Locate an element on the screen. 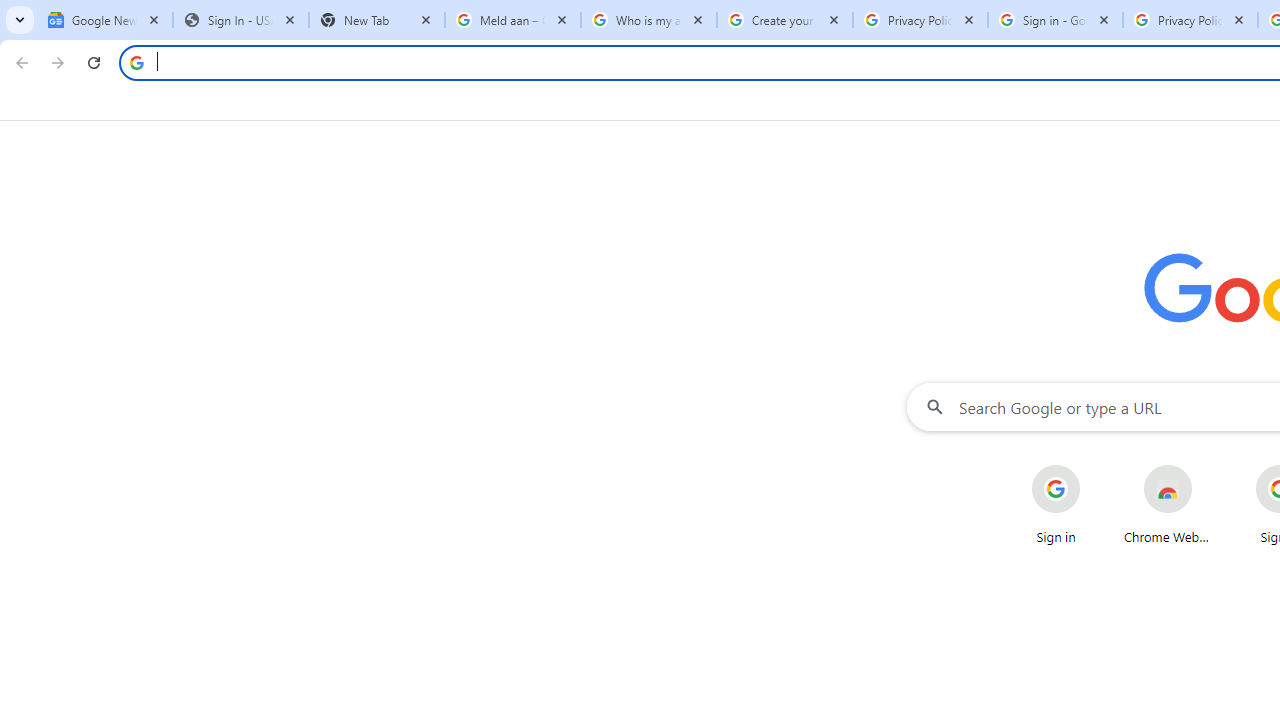 This screenshot has width=1280, height=720. 'Google News' is located at coordinates (103, 20).